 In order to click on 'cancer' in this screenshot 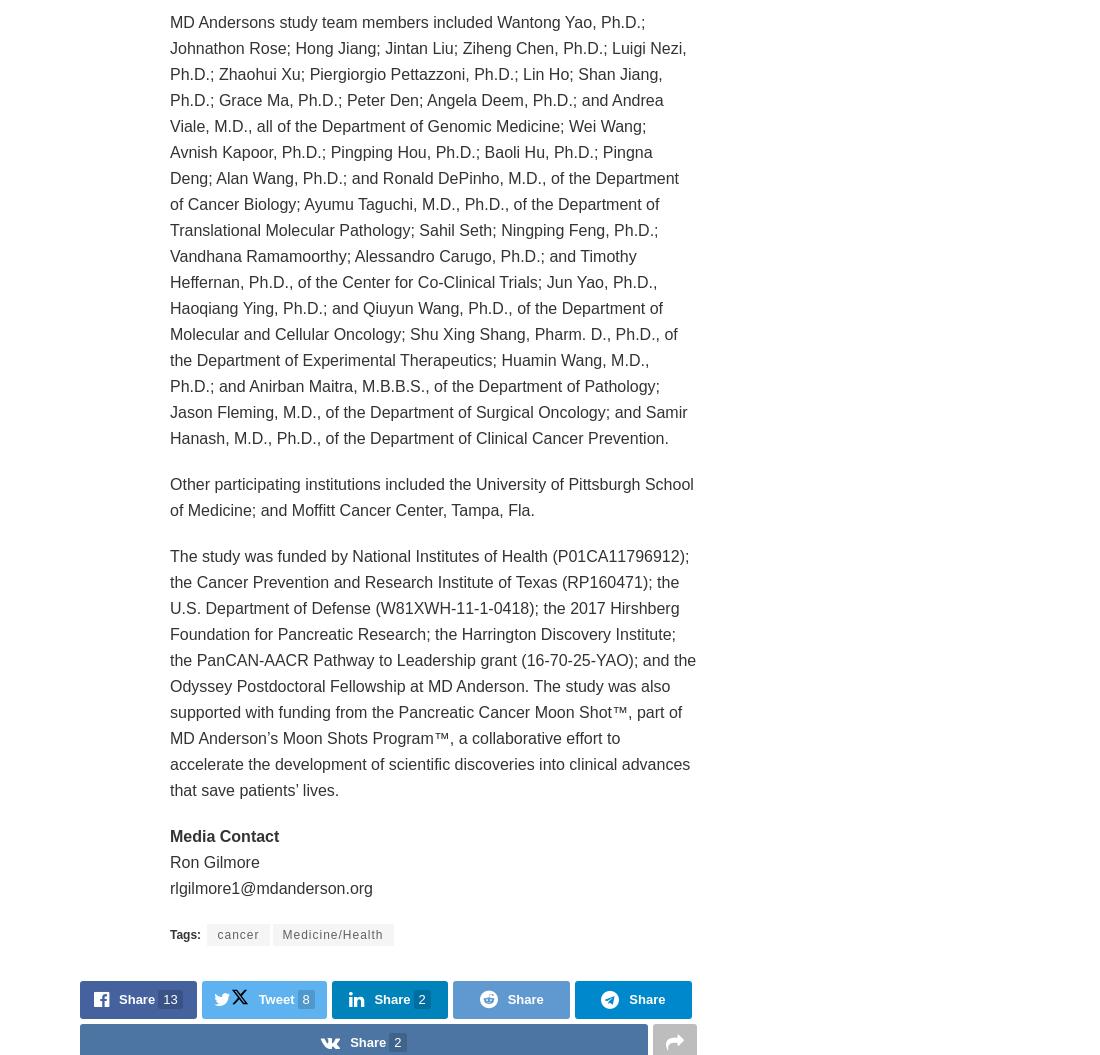, I will do `click(238, 932)`.